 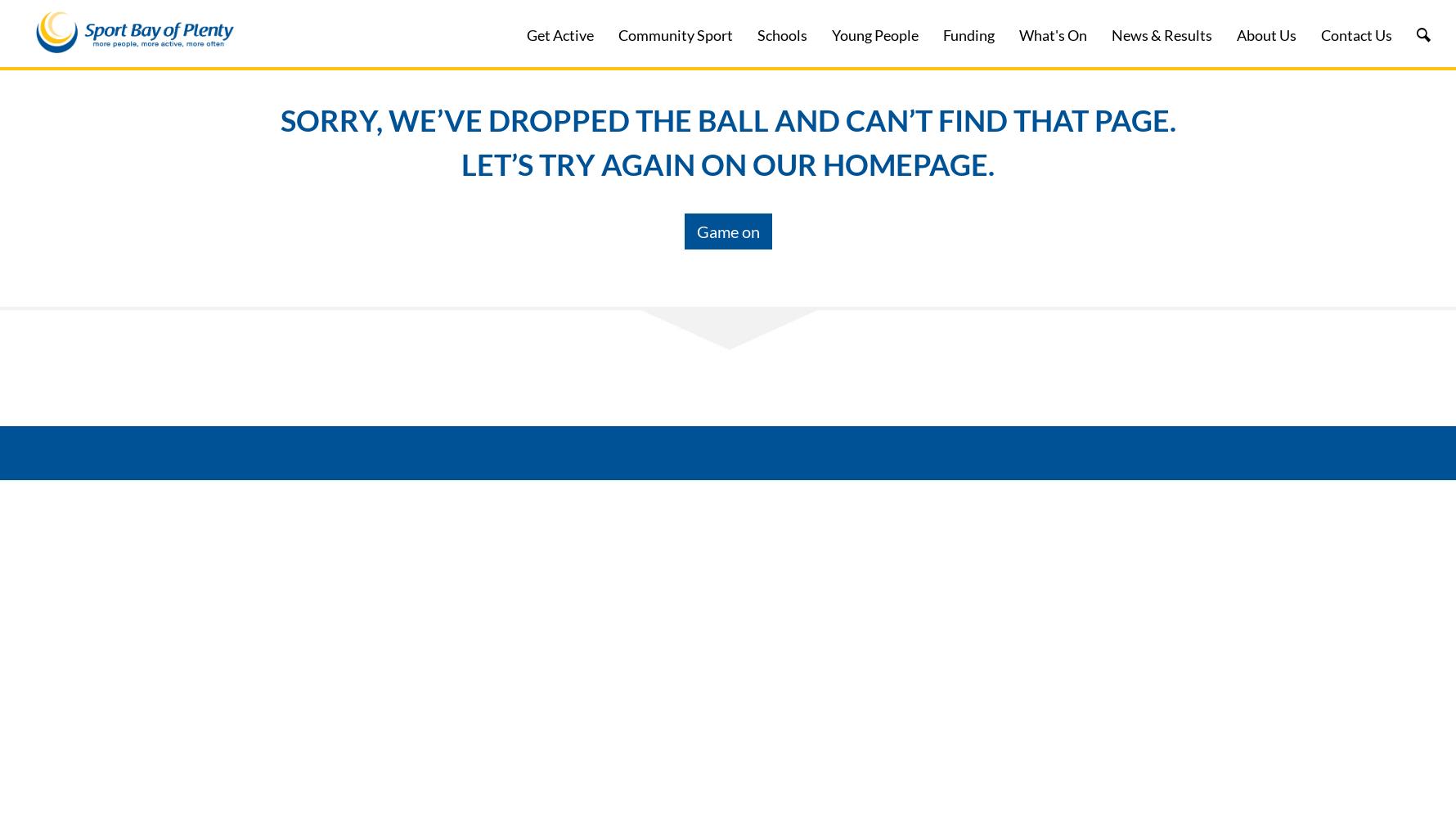 I want to click on 'Game on', so click(x=726, y=231).